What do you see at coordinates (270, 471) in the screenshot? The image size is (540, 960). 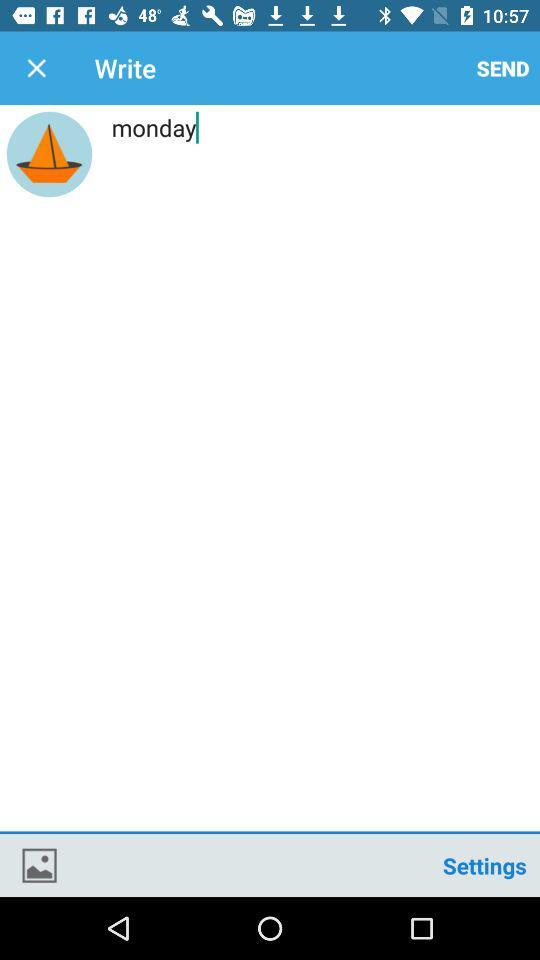 I see `the monday at the center` at bounding box center [270, 471].